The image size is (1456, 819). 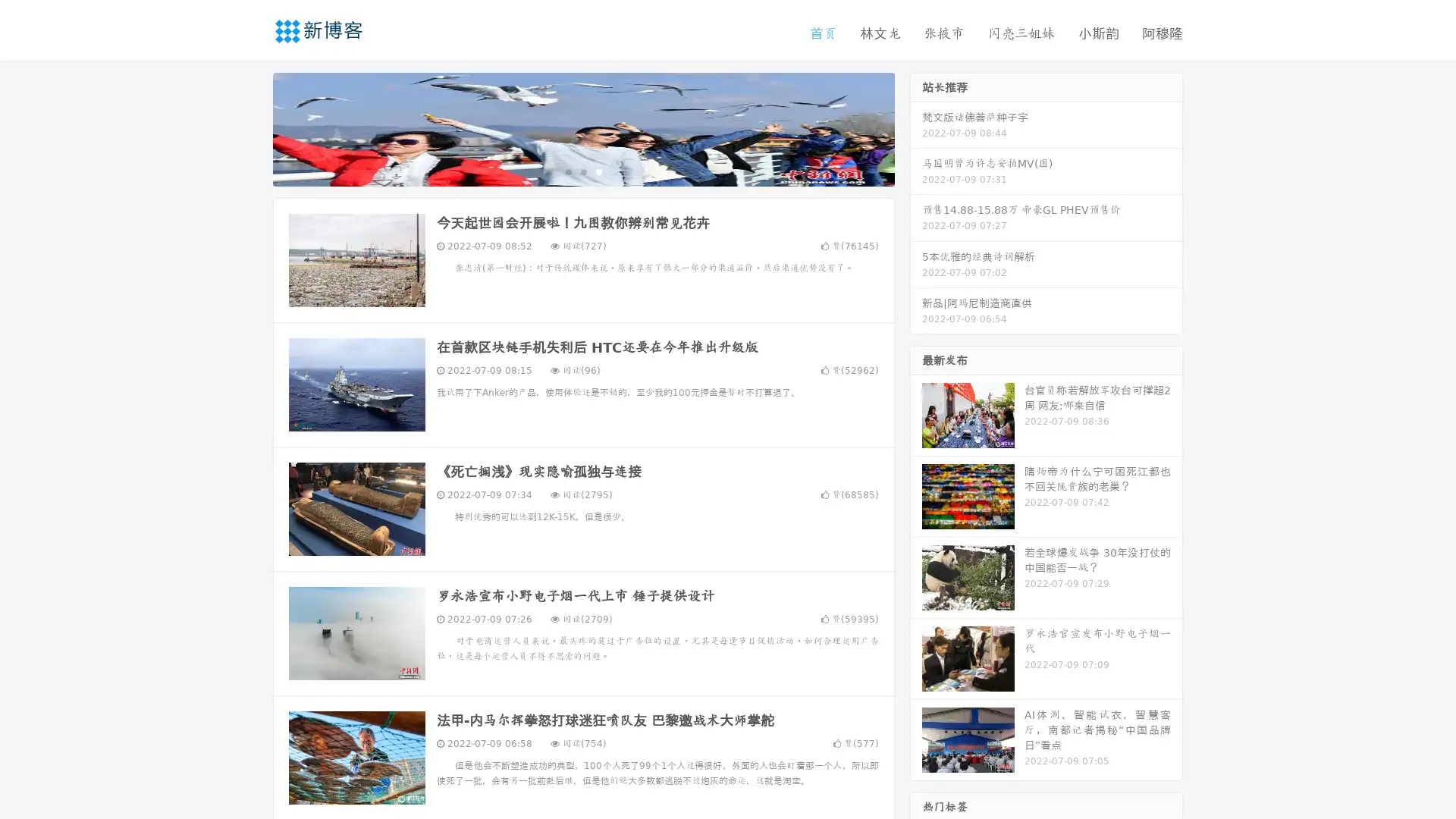 I want to click on Previous slide, so click(x=250, y=127).